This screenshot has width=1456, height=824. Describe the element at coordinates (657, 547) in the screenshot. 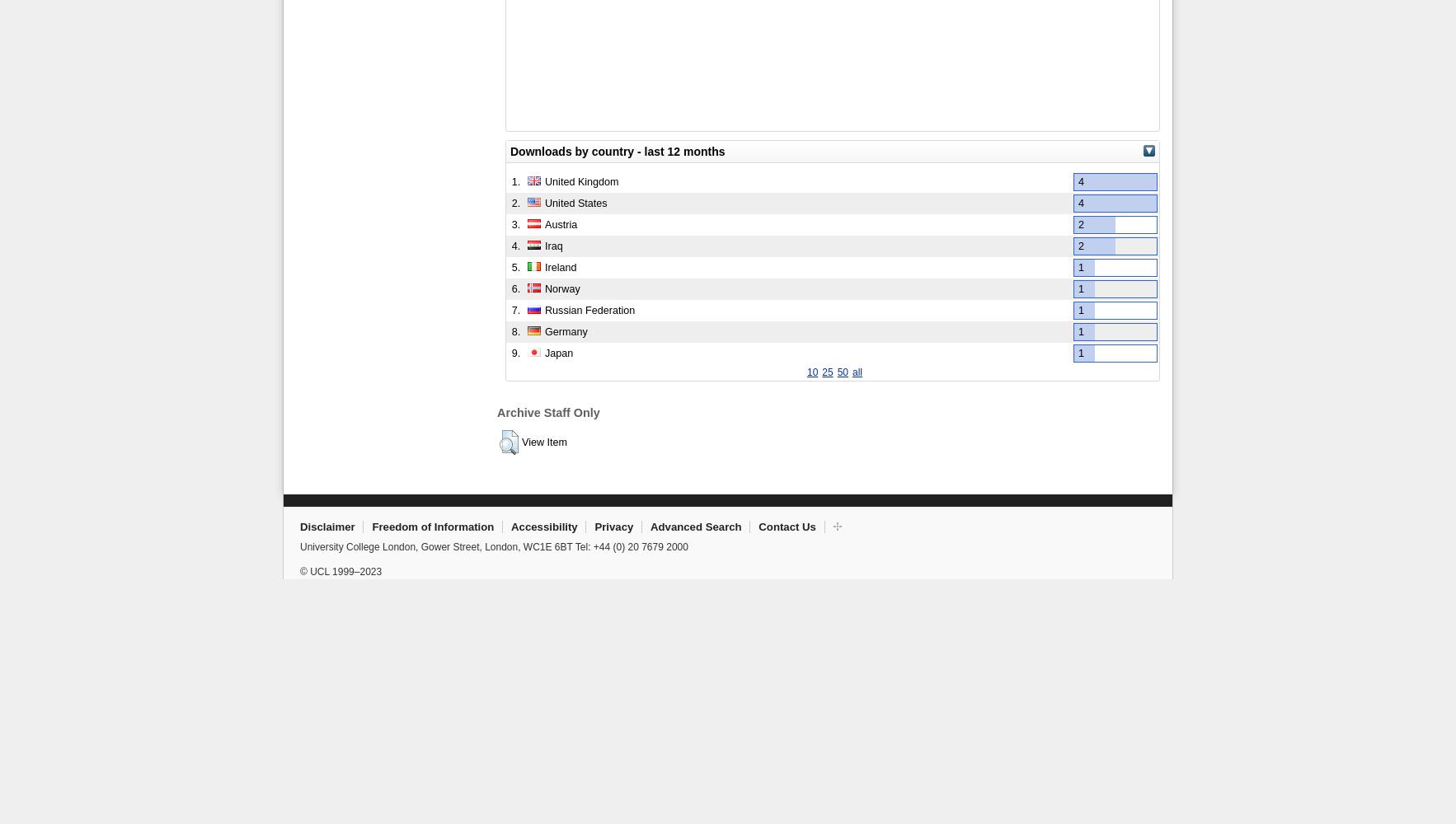

I see `'20 7679 2000'` at that location.